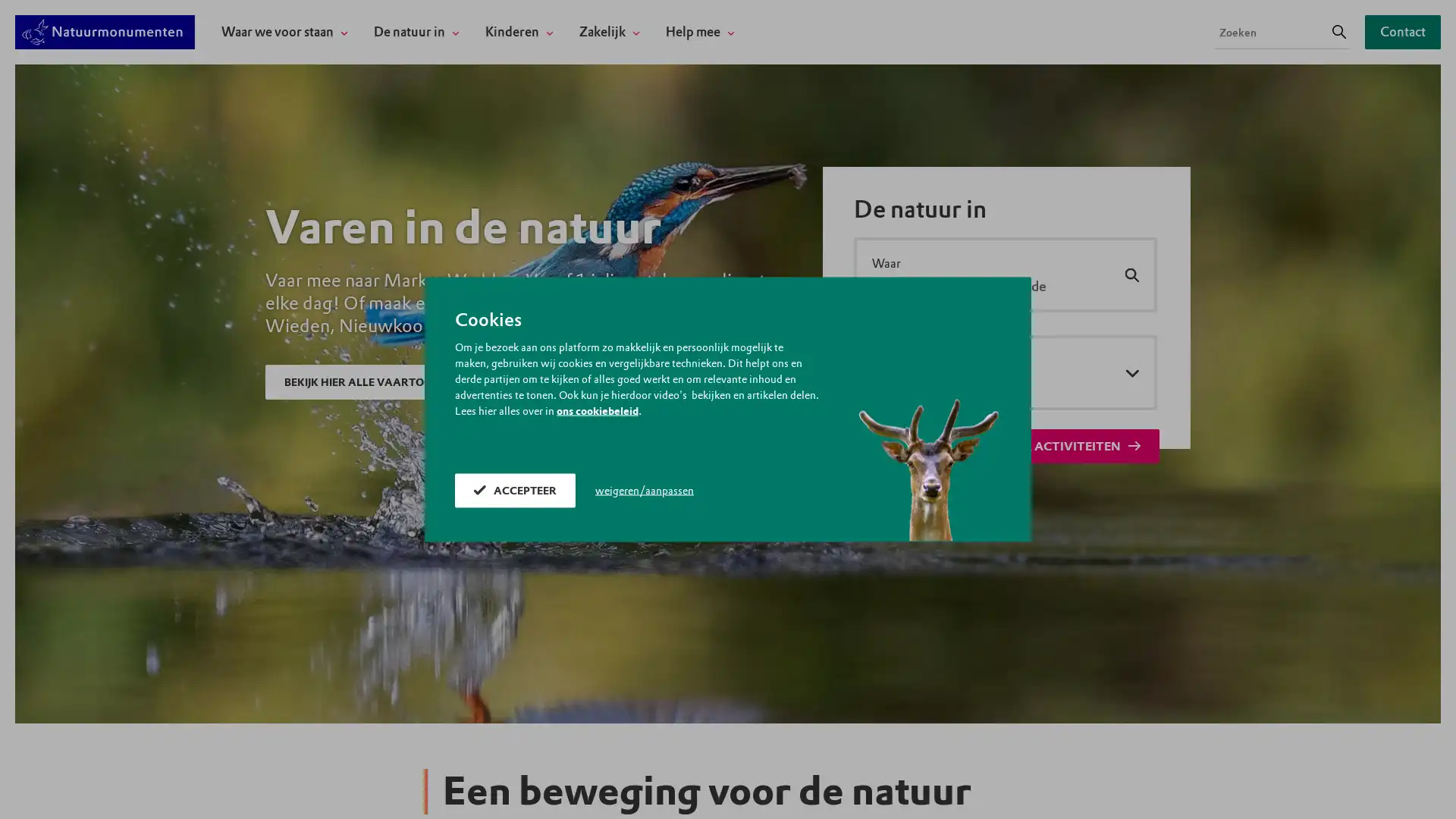  I want to click on weigeren/aanpassen, so click(644, 490).